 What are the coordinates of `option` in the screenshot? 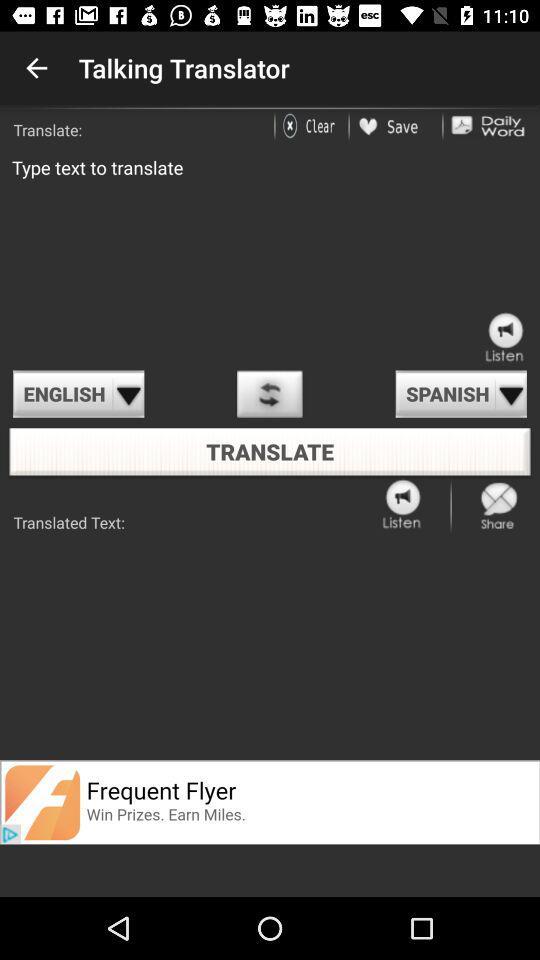 It's located at (269, 393).